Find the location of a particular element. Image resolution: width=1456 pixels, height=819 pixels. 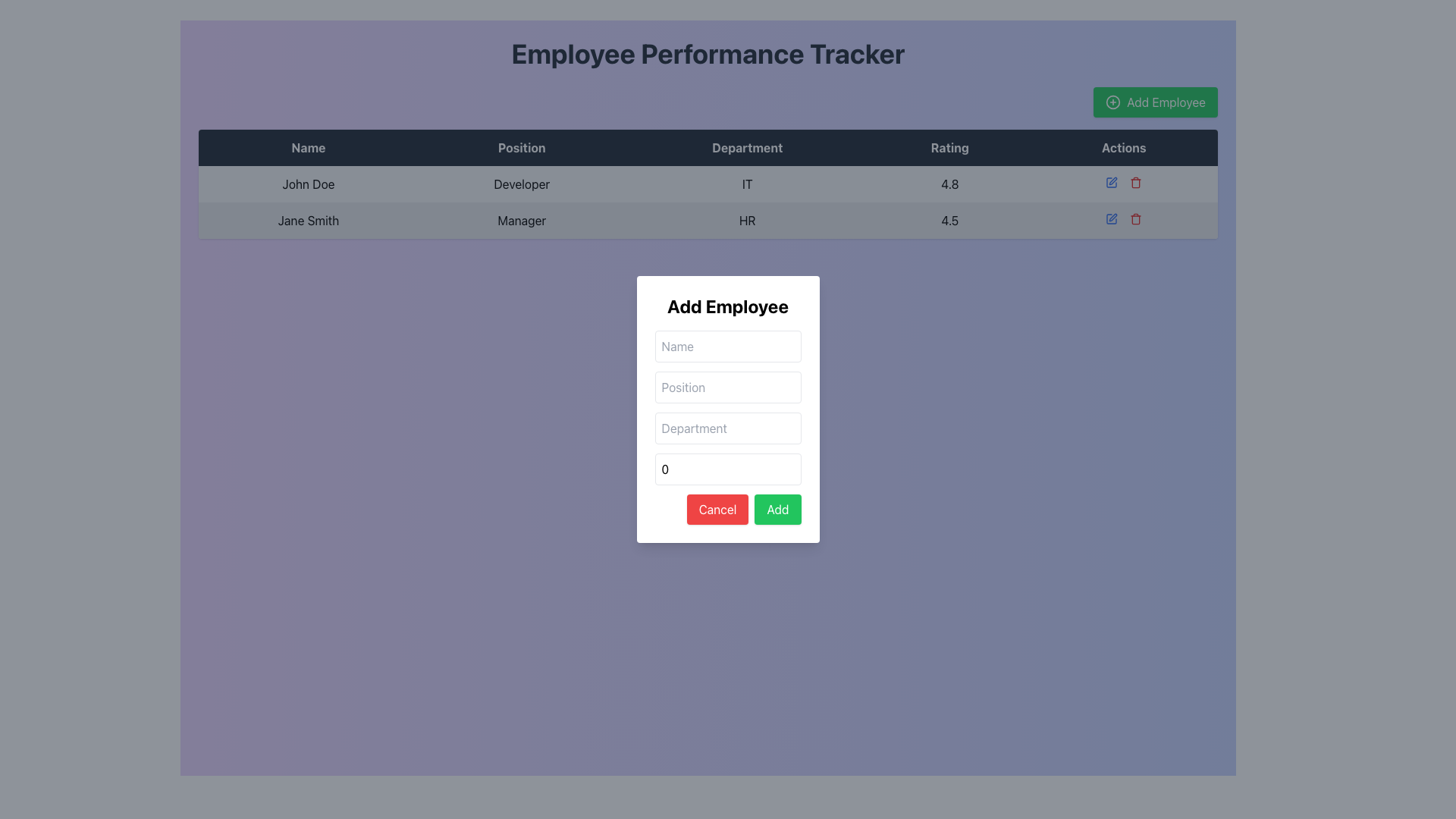

text of the element displaying the name 'John Doe', which is the first item in the row under the 'Name' column of the table is located at coordinates (308, 184).